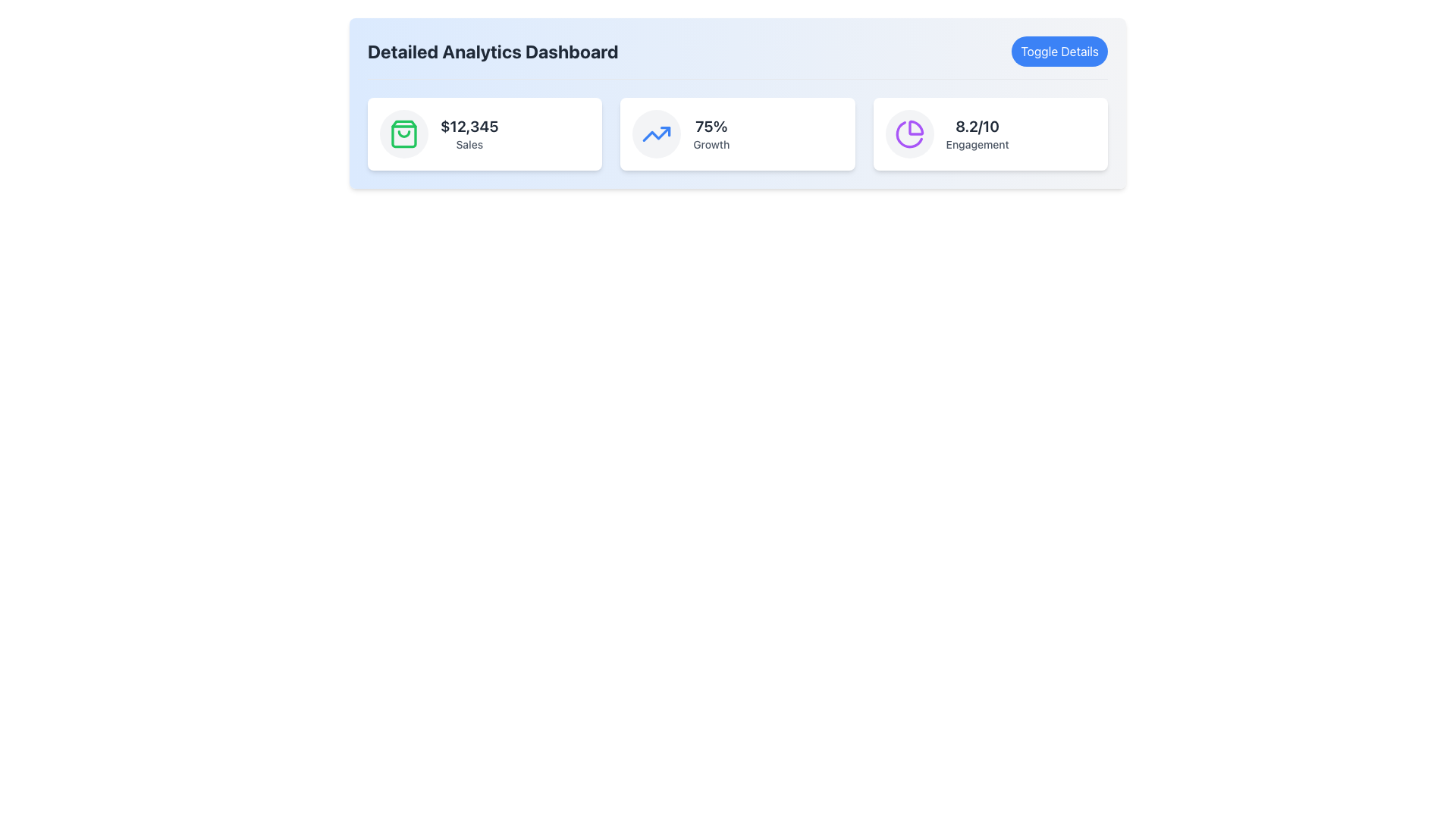 The image size is (1456, 819). Describe the element at coordinates (711, 125) in the screenshot. I see `the large, bold, dark blue text label displaying '75%' located at the top center of the second card in a row of three cards on the analytics dashboard` at that location.